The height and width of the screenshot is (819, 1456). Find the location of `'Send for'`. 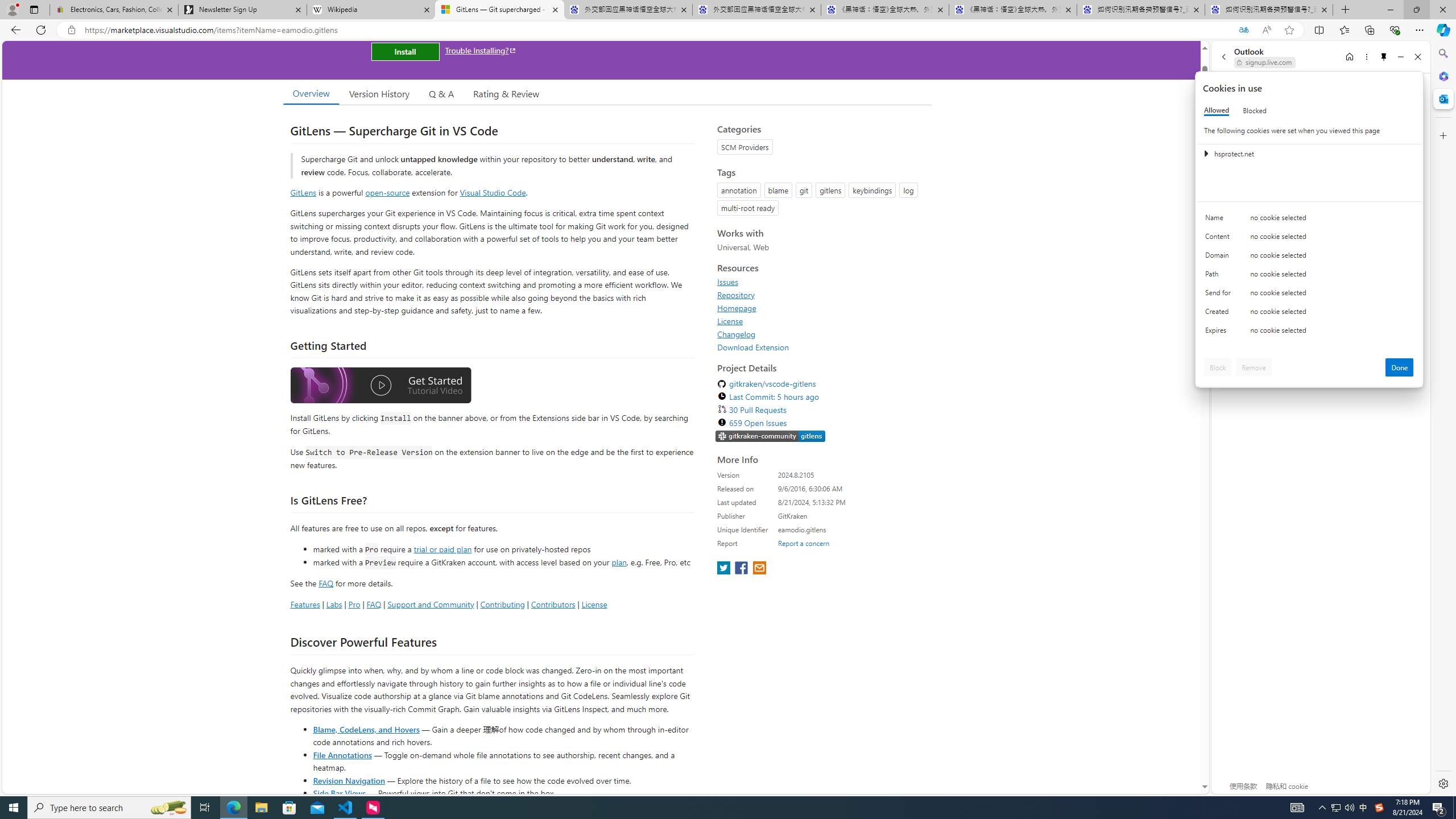

'Send for' is located at coordinates (1219, 295).